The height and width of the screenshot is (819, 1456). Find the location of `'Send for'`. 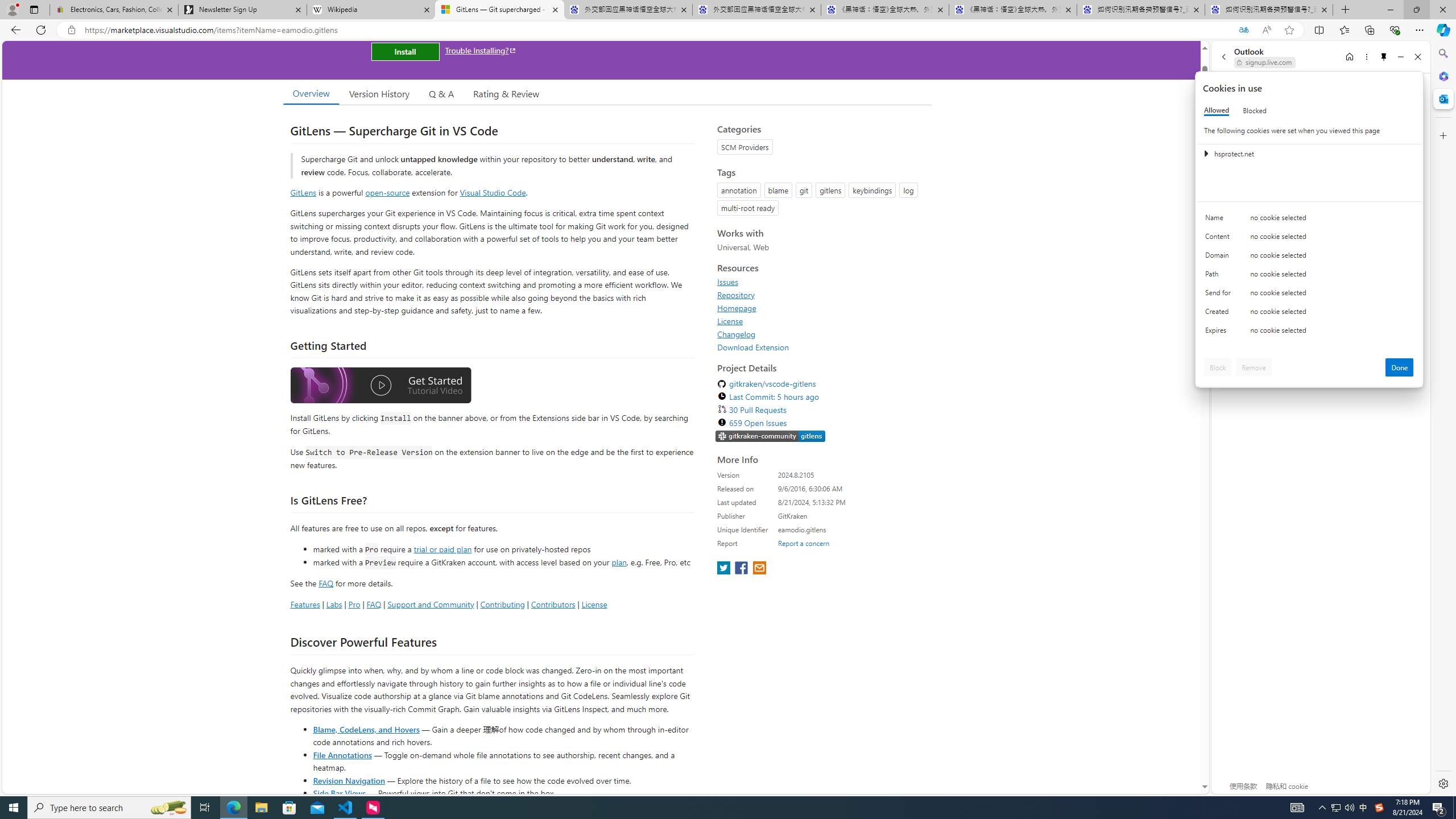

'Send for' is located at coordinates (1219, 295).